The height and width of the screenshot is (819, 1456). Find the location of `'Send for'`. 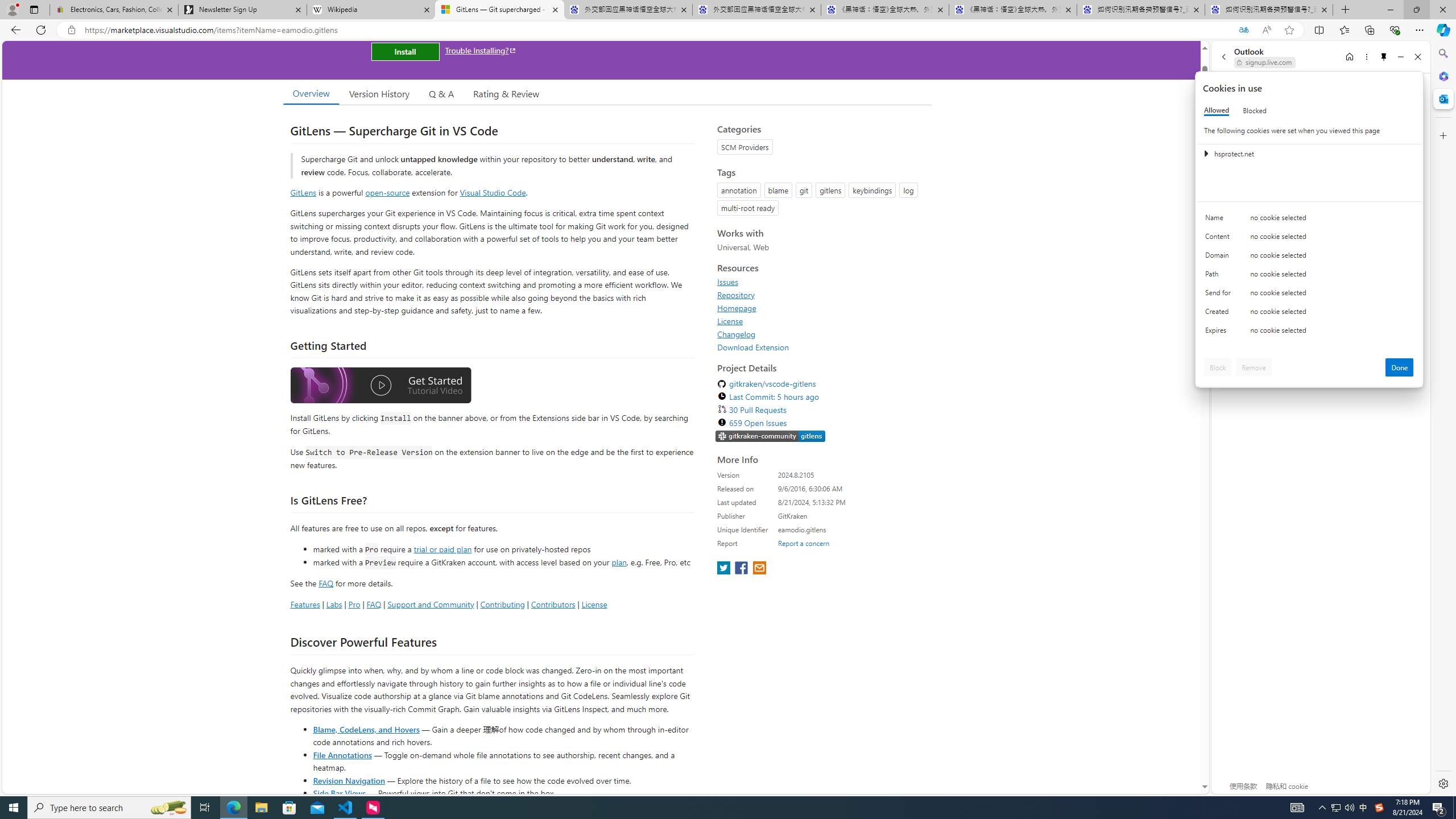

'Send for' is located at coordinates (1219, 295).